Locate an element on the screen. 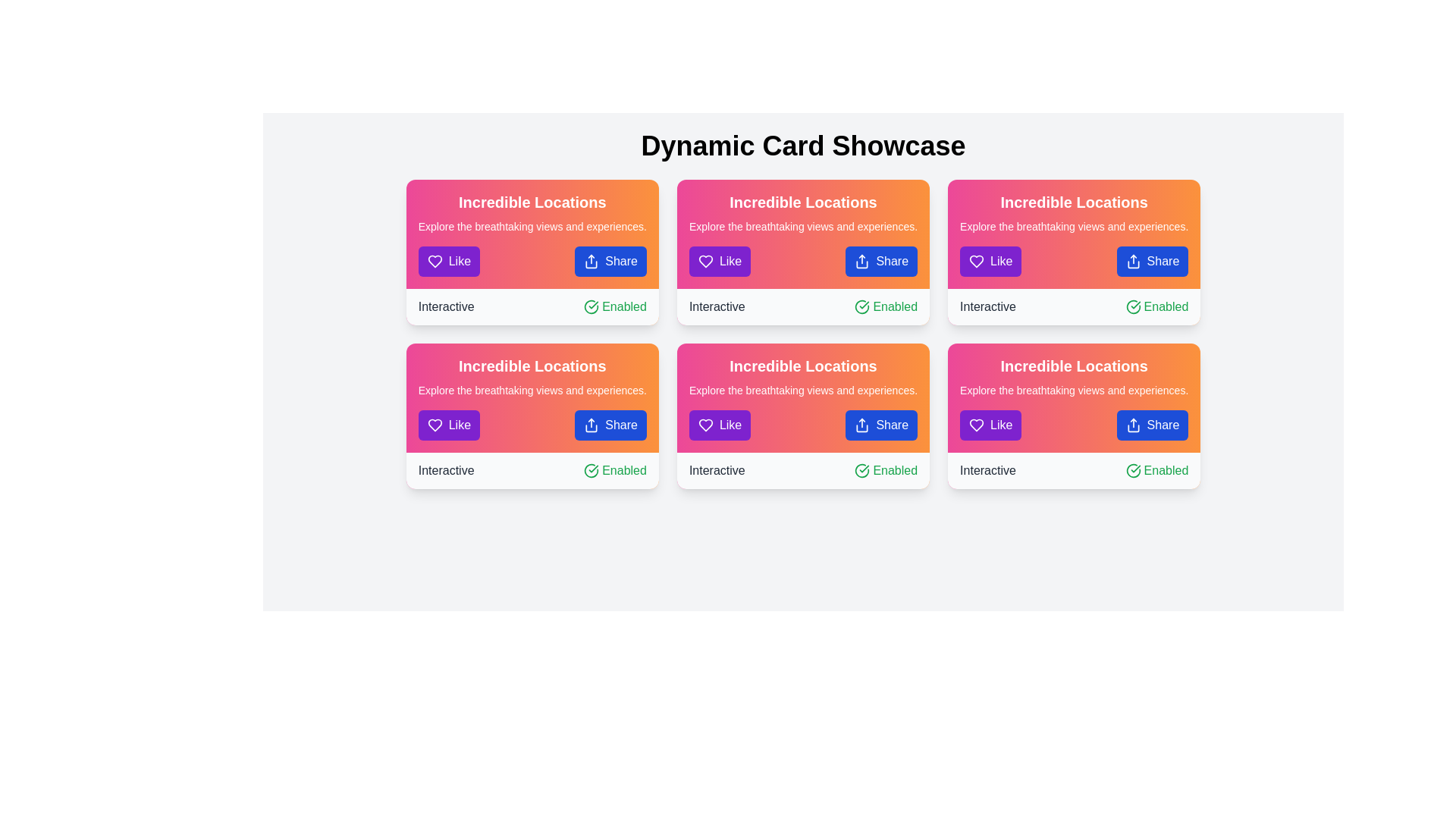 This screenshot has width=1456, height=819. the circular green icon with a checkmark inside, indicating an 'enabled' state, located in the bottom-right segment of the last card in the second row of the grid is located at coordinates (1133, 470).